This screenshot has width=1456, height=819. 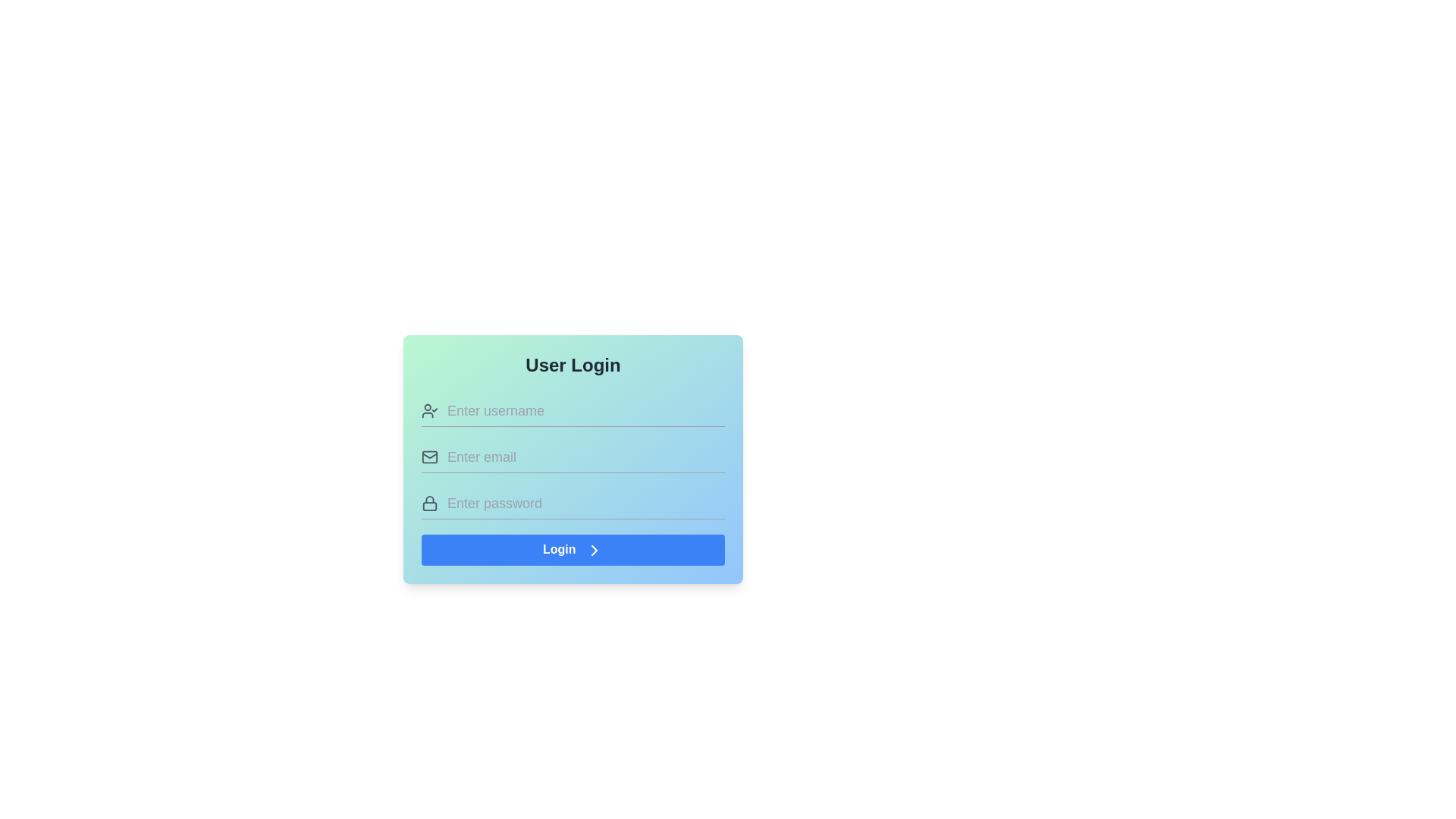 What do you see at coordinates (428, 503) in the screenshot?
I see `the visual indicator icon for the password field, positioned to the left of the password input field in the login form` at bounding box center [428, 503].